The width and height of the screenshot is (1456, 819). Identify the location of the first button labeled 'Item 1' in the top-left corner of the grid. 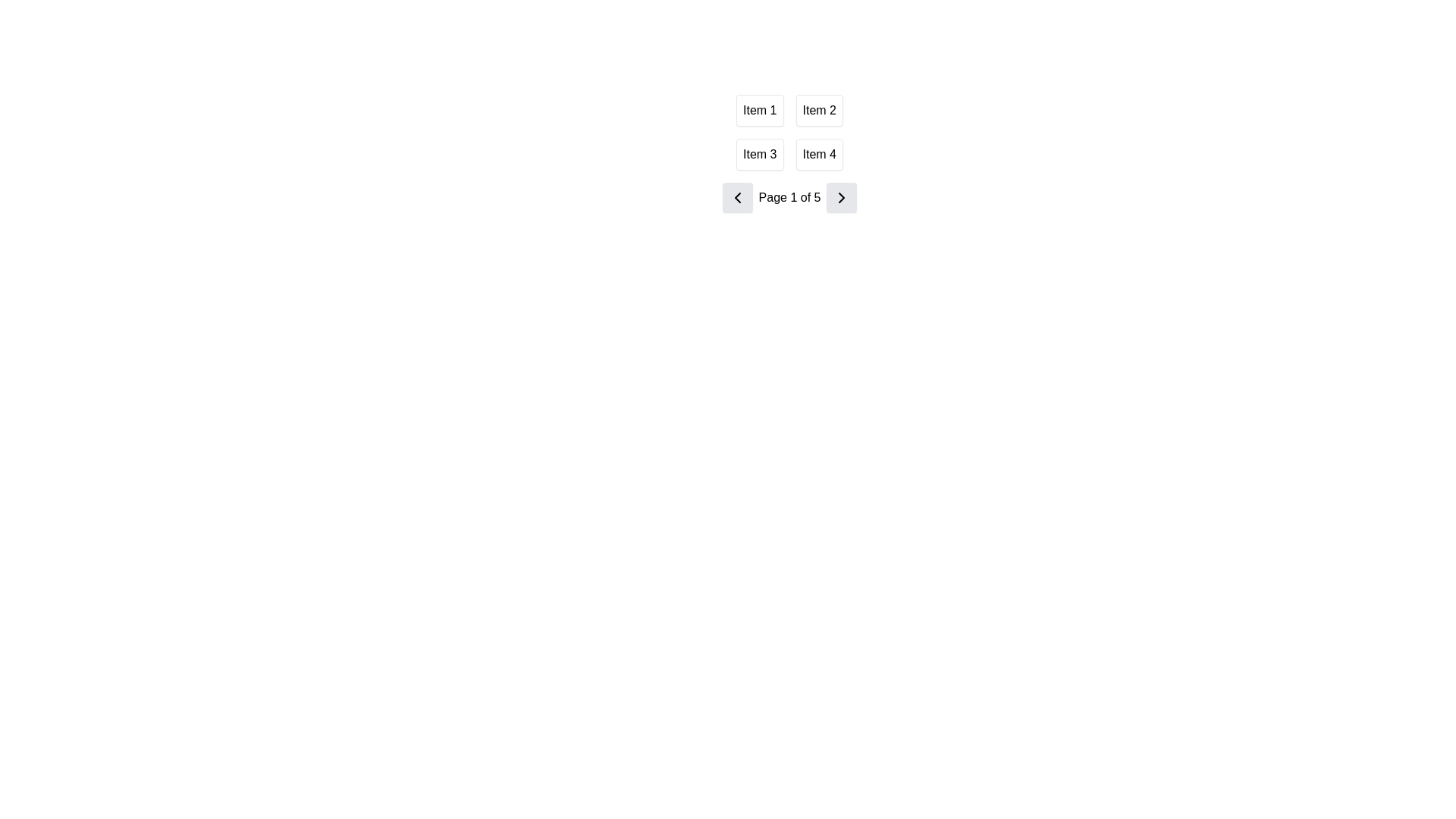
(760, 110).